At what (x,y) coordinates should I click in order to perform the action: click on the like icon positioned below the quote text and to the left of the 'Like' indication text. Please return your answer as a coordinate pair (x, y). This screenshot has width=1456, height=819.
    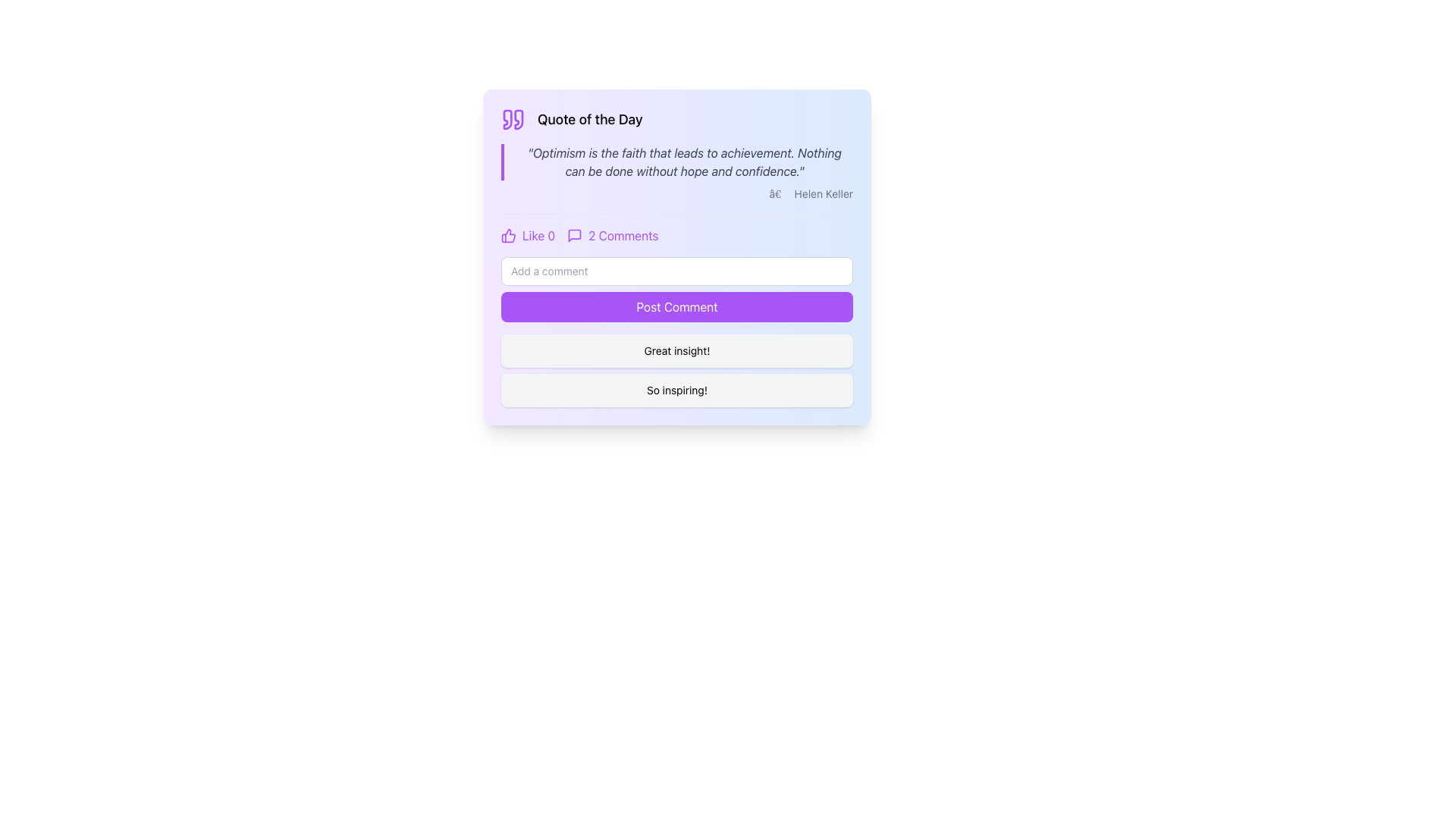
    Looking at the image, I should click on (508, 236).